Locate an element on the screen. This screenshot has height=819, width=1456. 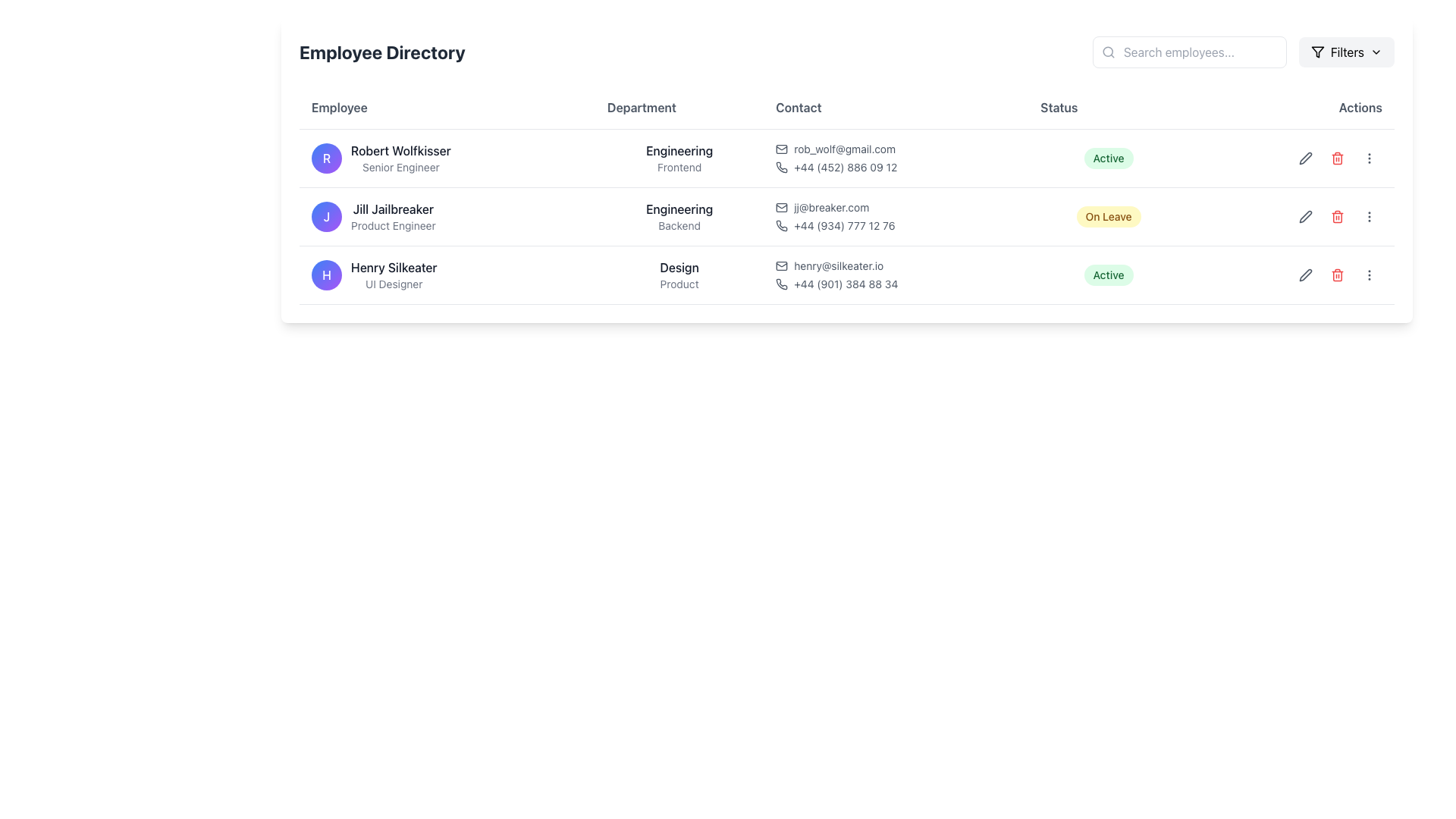
text styling of the phone number displayed in gray color, which is formatted as '+44 (934) 777 12 76' in the 'Contact' column of a table-like layout is located at coordinates (843, 225).